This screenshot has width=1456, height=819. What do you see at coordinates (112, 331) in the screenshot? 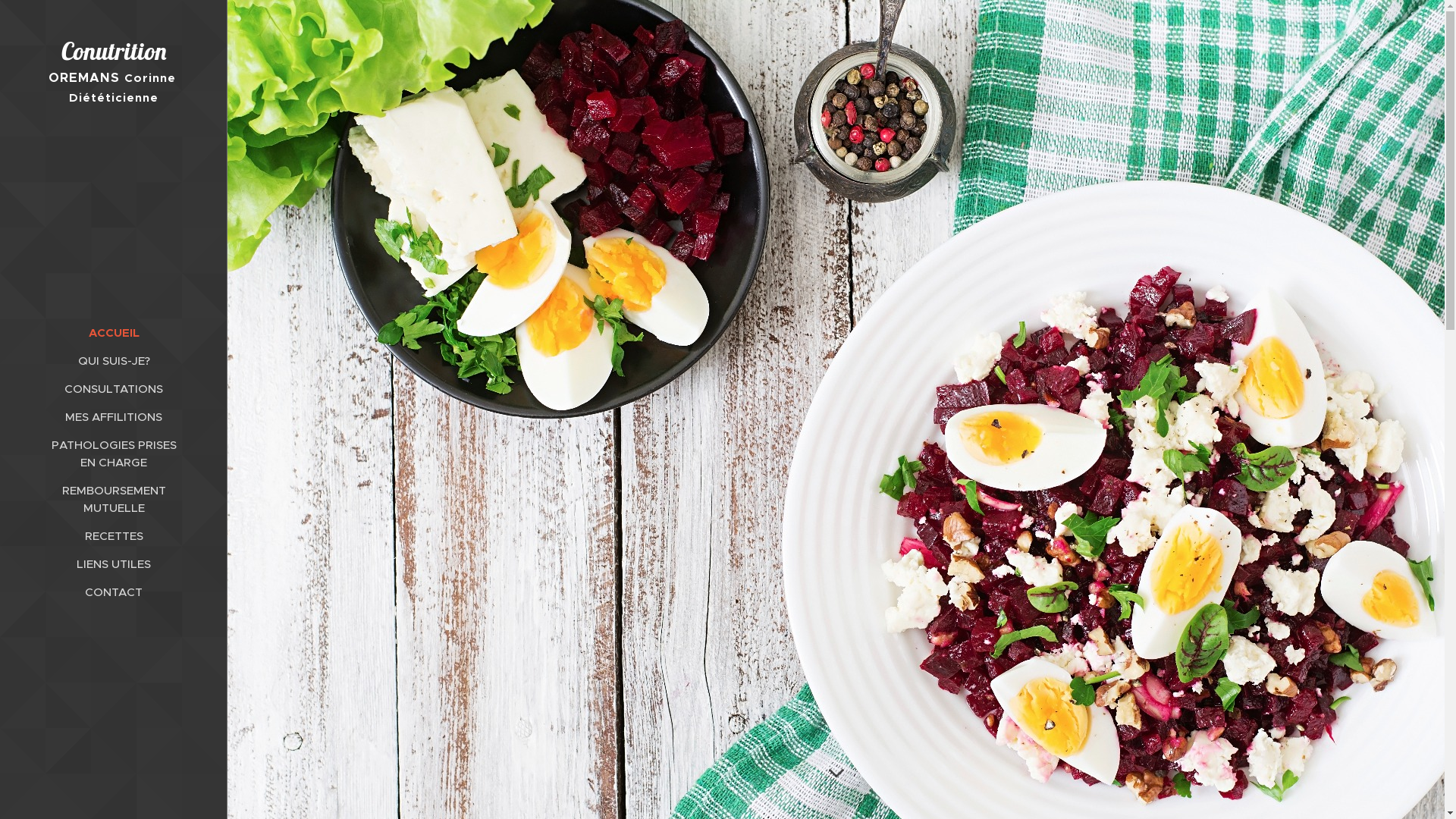
I see `'ACCUEIL'` at bounding box center [112, 331].